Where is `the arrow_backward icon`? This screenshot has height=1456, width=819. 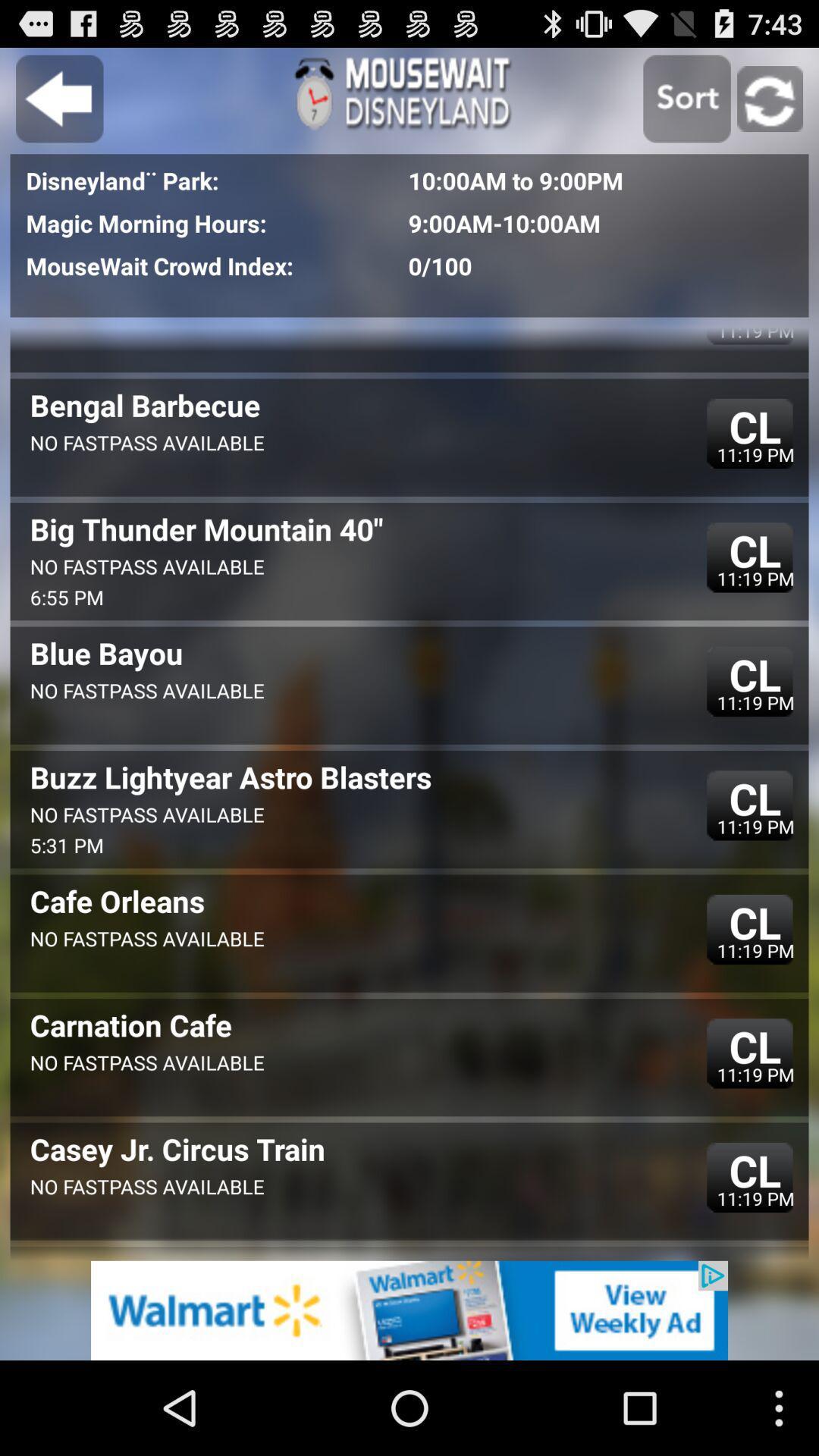 the arrow_backward icon is located at coordinates (58, 105).